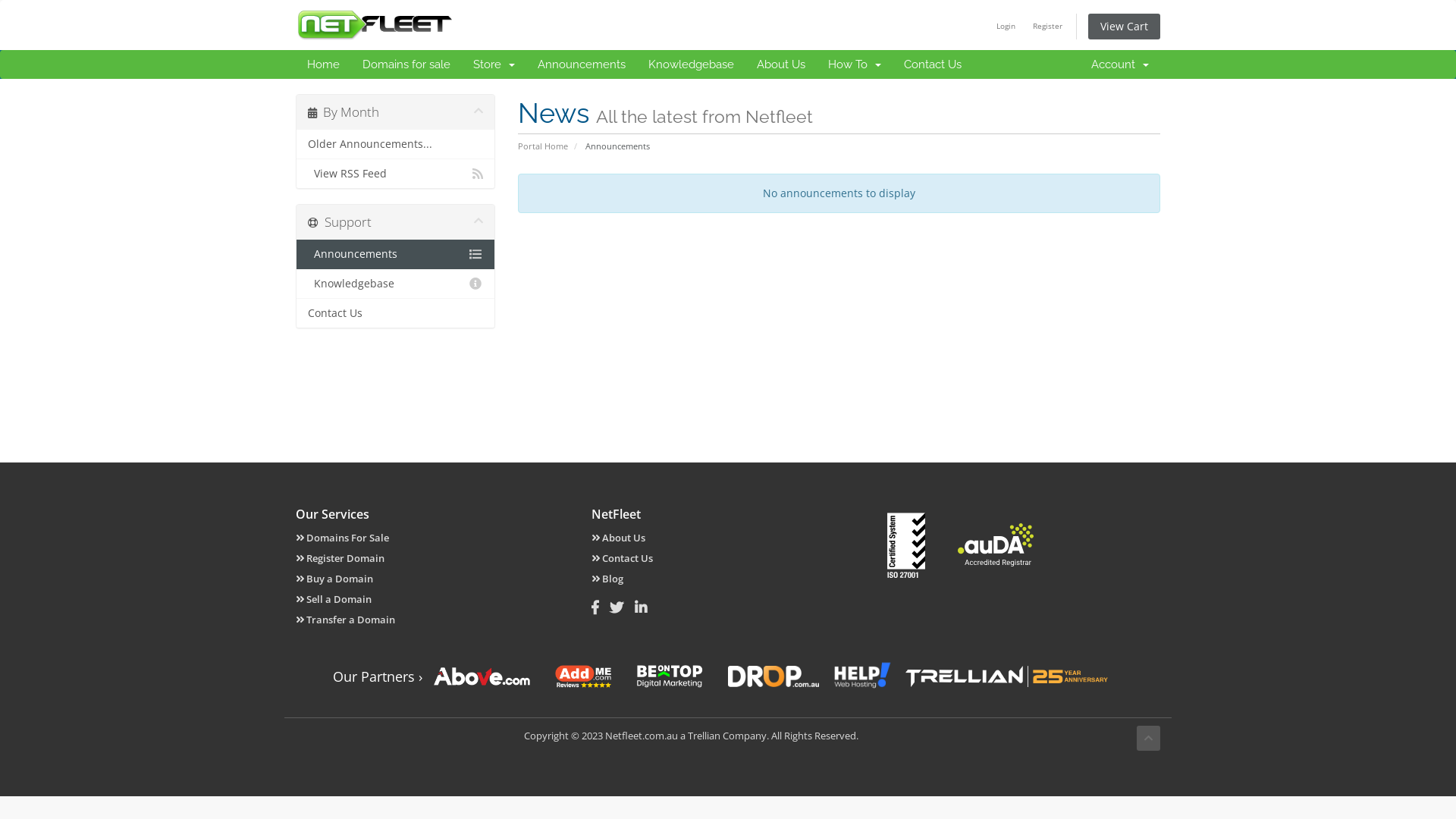  What do you see at coordinates (607, 579) in the screenshot?
I see `'Blog'` at bounding box center [607, 579].